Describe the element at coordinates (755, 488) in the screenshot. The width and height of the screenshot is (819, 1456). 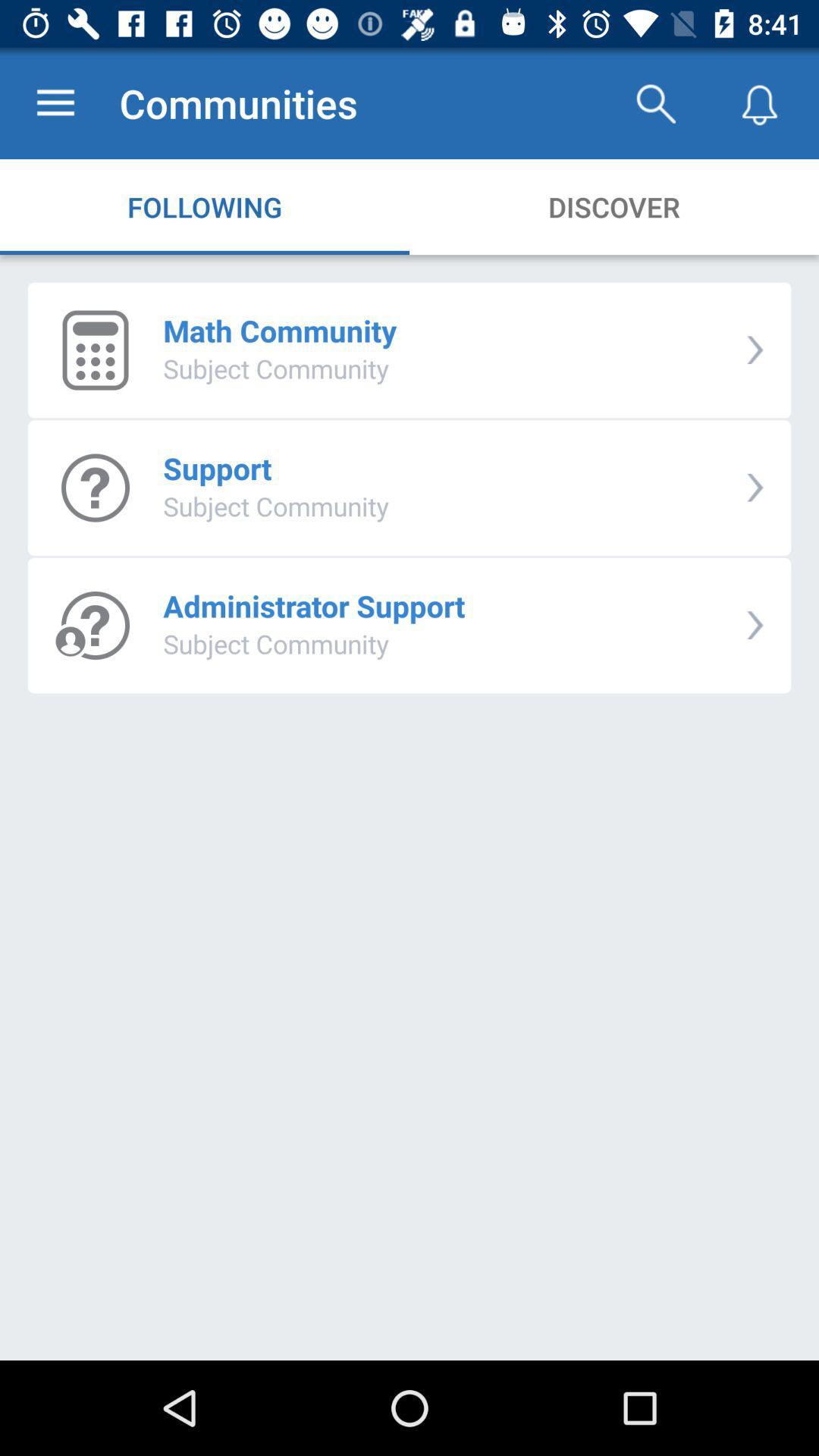
I see `the item next to the subject community icon` at that location.